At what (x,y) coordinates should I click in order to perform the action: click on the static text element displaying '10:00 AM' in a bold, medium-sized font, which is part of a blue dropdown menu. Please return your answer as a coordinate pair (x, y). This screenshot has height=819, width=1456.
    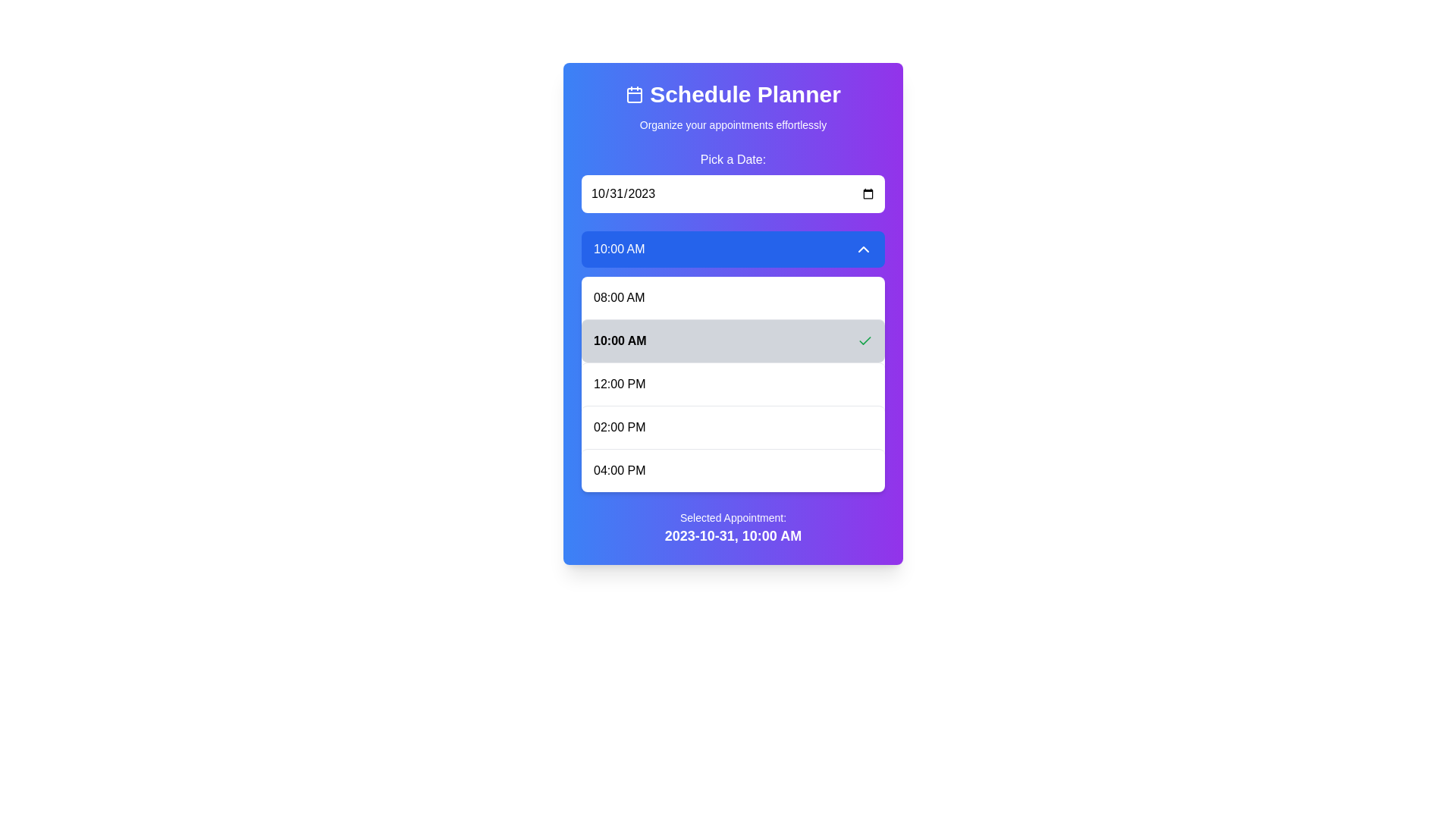
    Looking at the image, I should click on (619, 248).